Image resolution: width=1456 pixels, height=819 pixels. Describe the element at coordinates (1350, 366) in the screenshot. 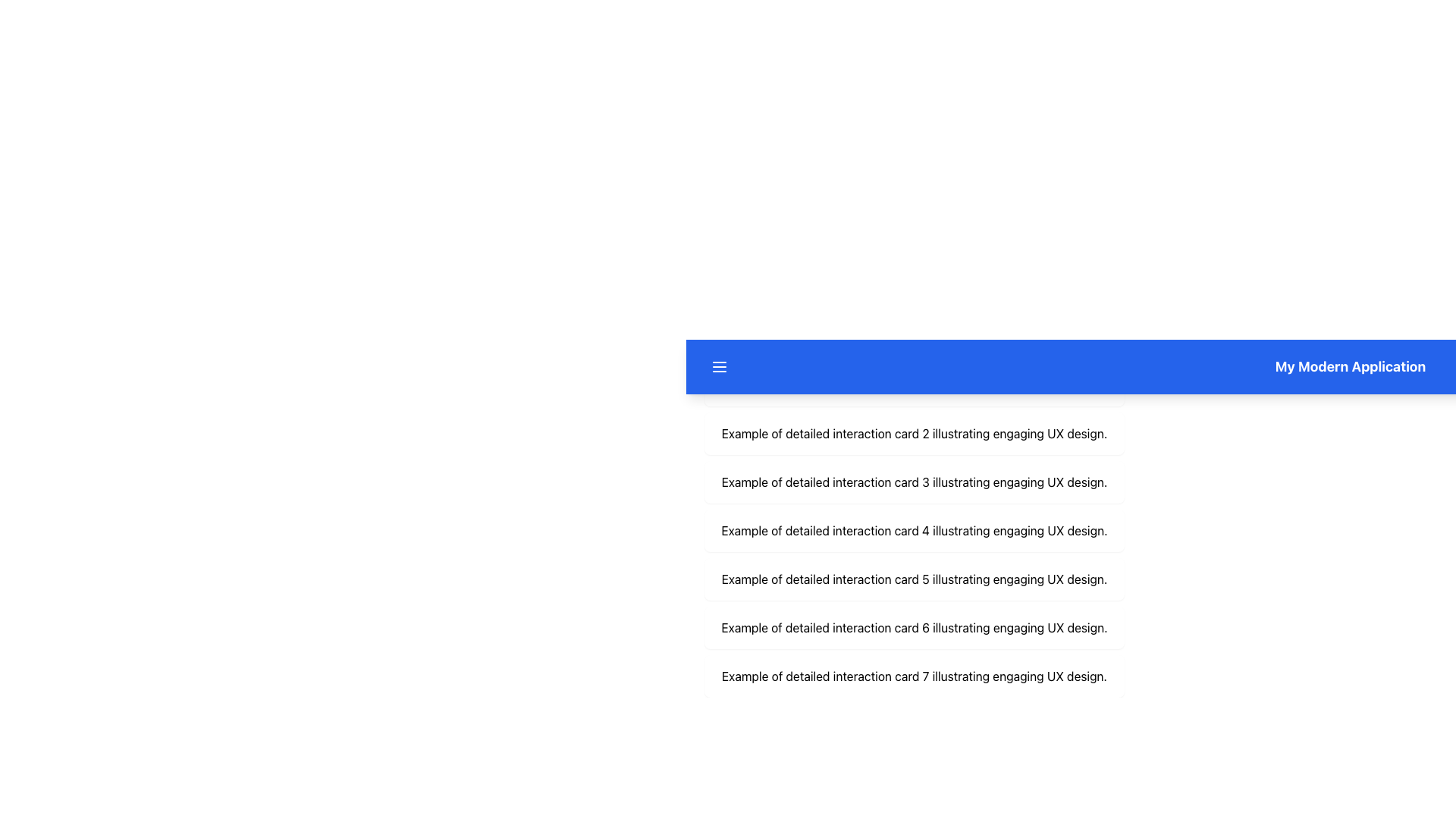

I see `the text label 'My Modern Application' which is styled in bold white text on a blue background, located in the navigation bar towards the right-hand side` at that location.